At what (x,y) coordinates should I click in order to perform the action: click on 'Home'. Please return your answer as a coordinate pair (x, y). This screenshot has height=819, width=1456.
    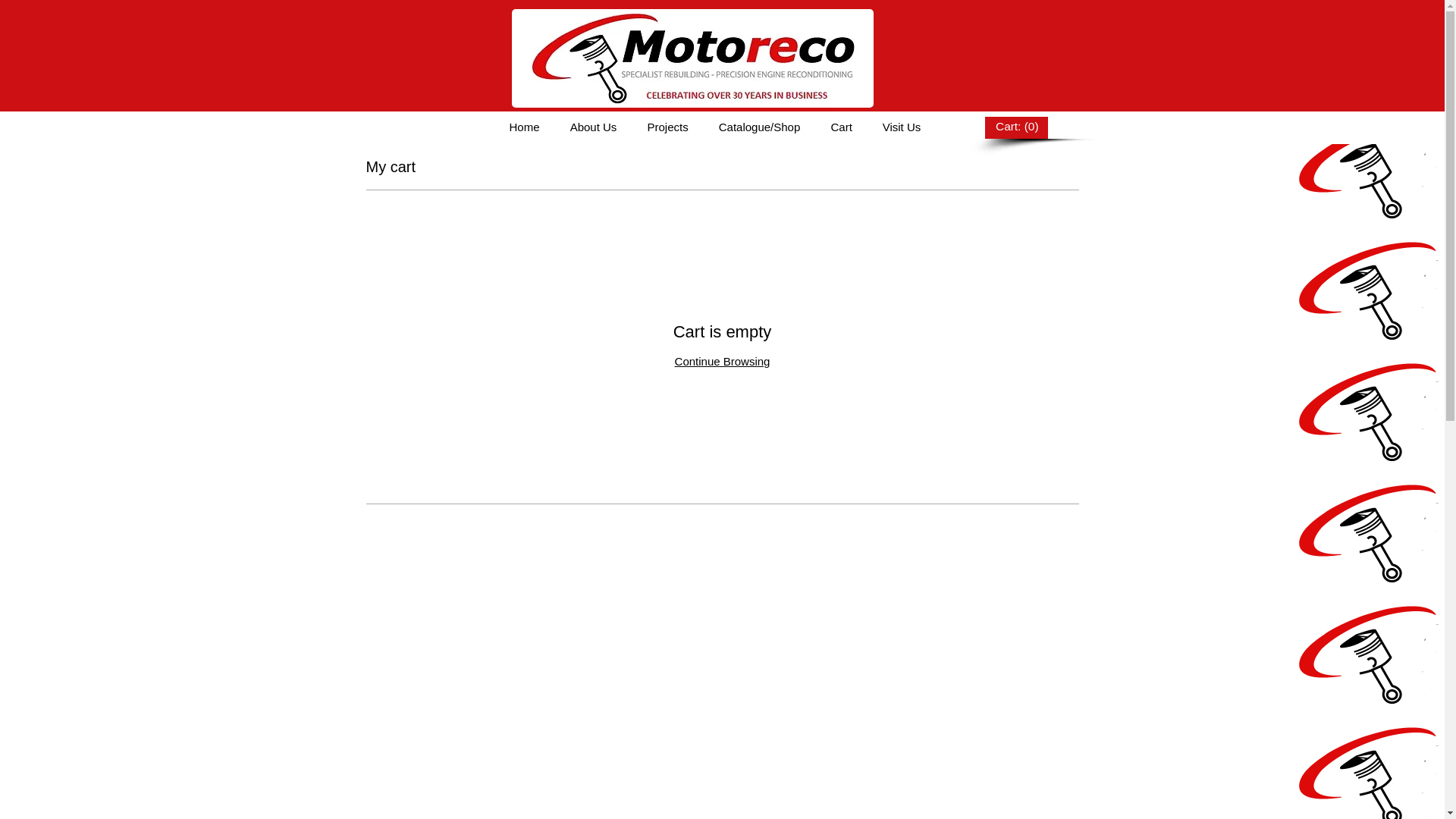
    Looking at the image, I should click on (524, 127).